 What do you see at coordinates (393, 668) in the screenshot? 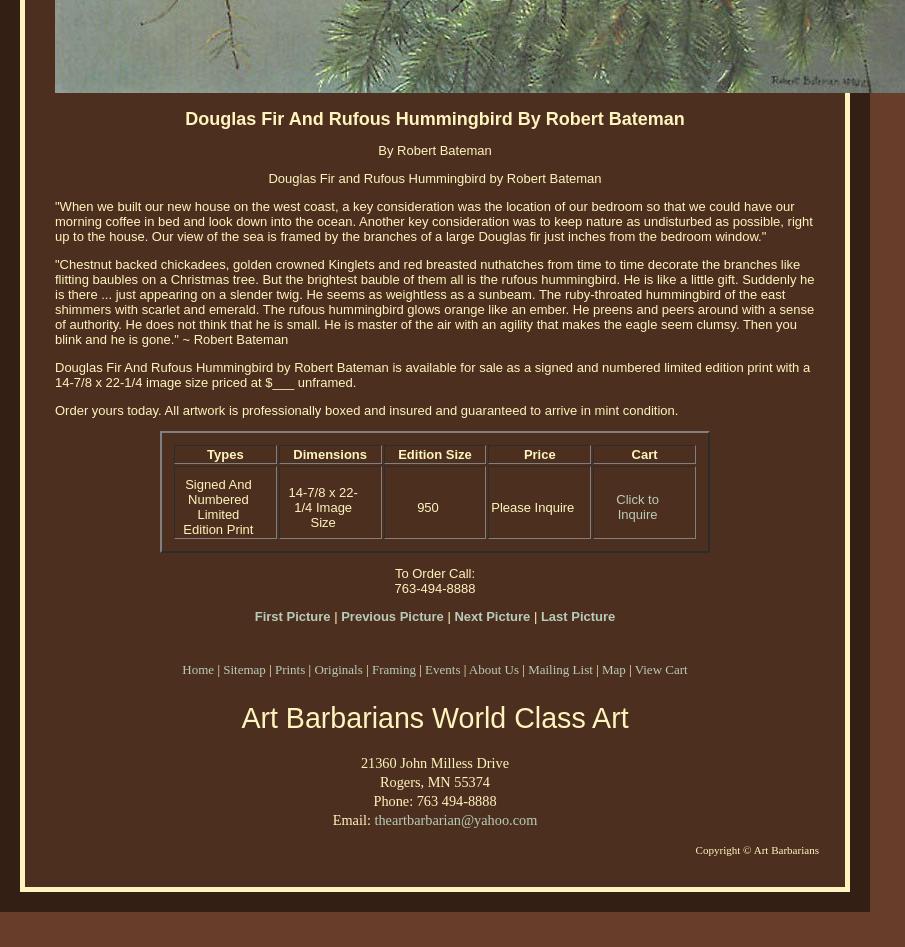
I see `'Framing'` at bounding box center [393, 668].